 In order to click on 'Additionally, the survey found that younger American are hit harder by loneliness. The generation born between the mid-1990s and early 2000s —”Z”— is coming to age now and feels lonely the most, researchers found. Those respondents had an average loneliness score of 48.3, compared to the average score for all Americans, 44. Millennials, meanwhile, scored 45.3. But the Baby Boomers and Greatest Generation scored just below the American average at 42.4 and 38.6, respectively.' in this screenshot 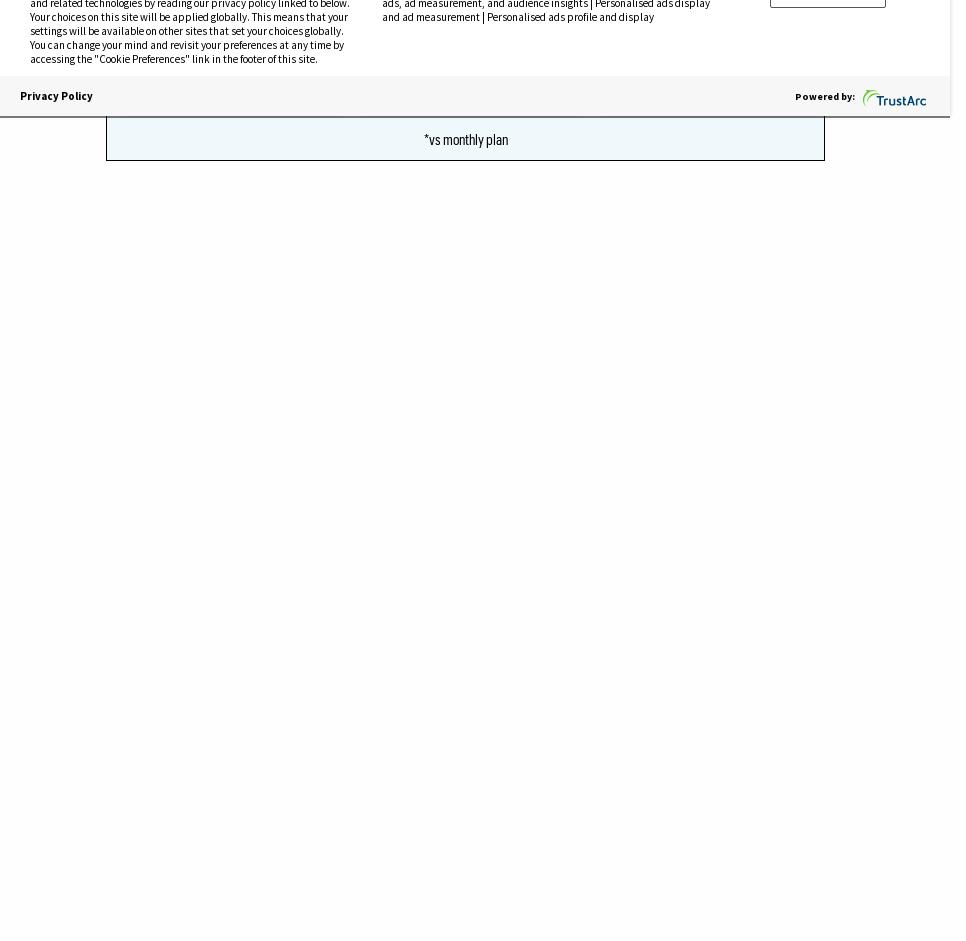, I will do `click(474, 674)`.